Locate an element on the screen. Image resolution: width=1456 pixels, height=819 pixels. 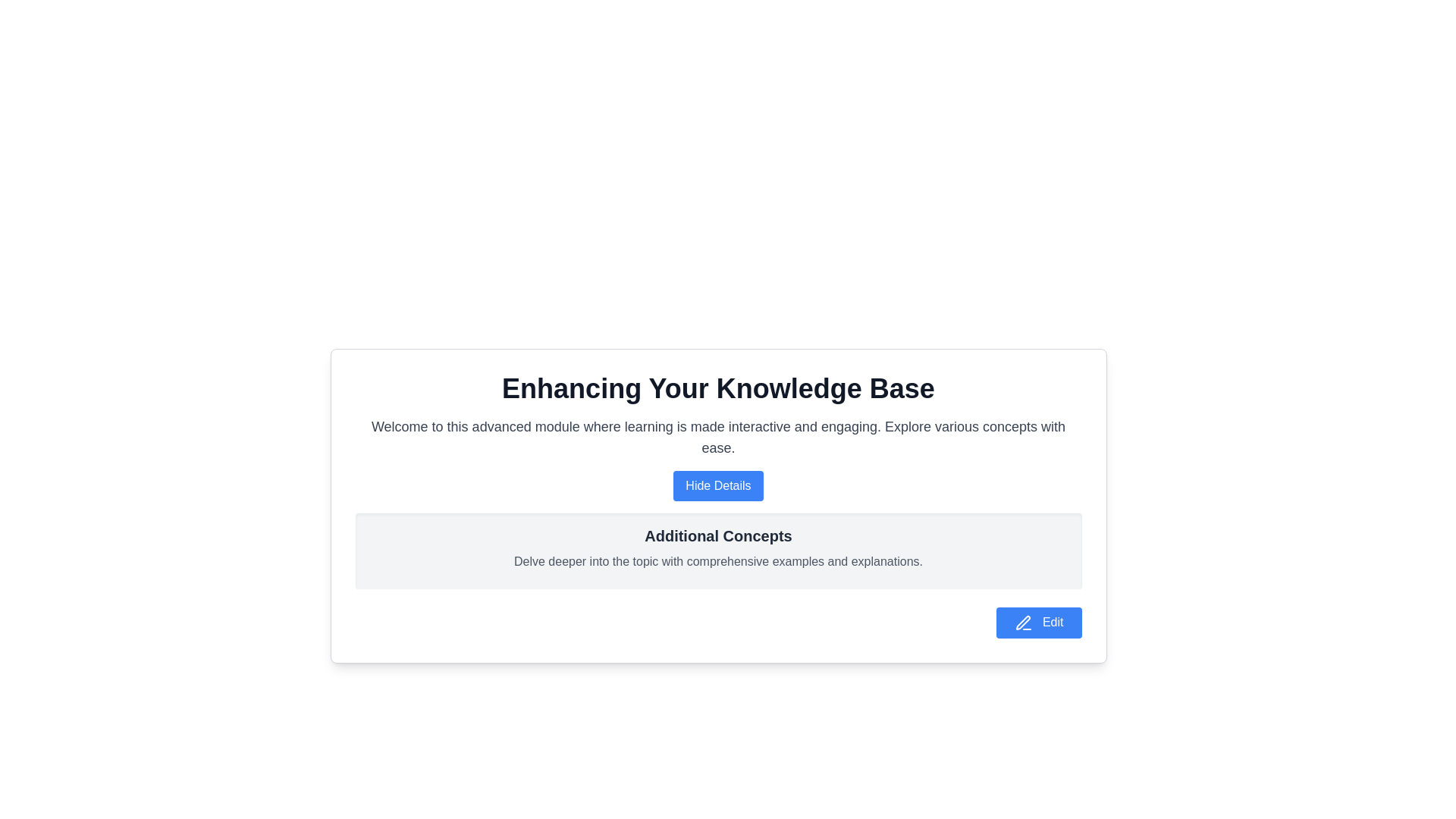
the minimalist outline pen icon located on the right side of the blue 'Edit' button at the bottom-right corner of the card interface is located at coordinates (1024, 623).